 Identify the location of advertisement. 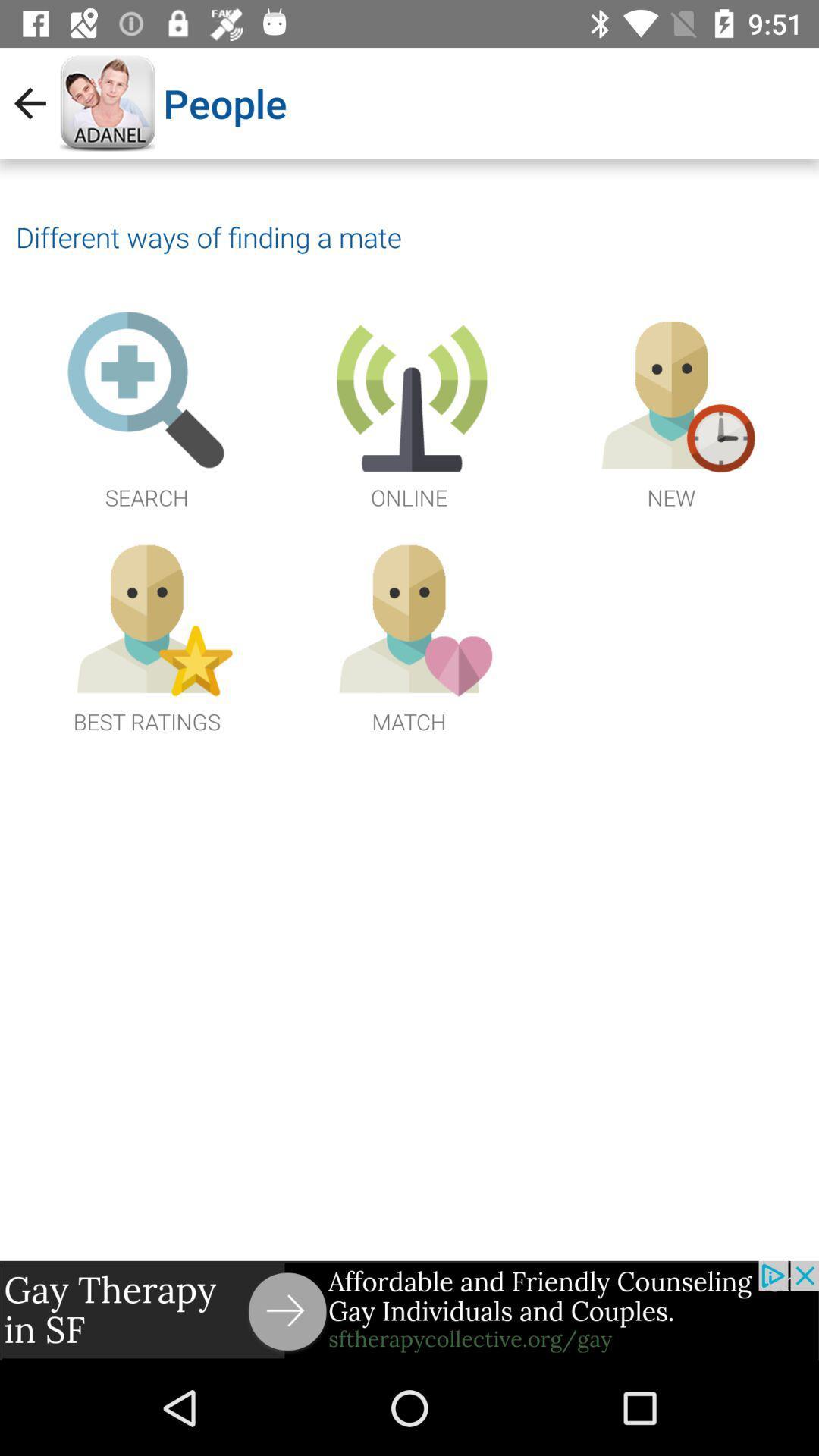
(409, 1310).